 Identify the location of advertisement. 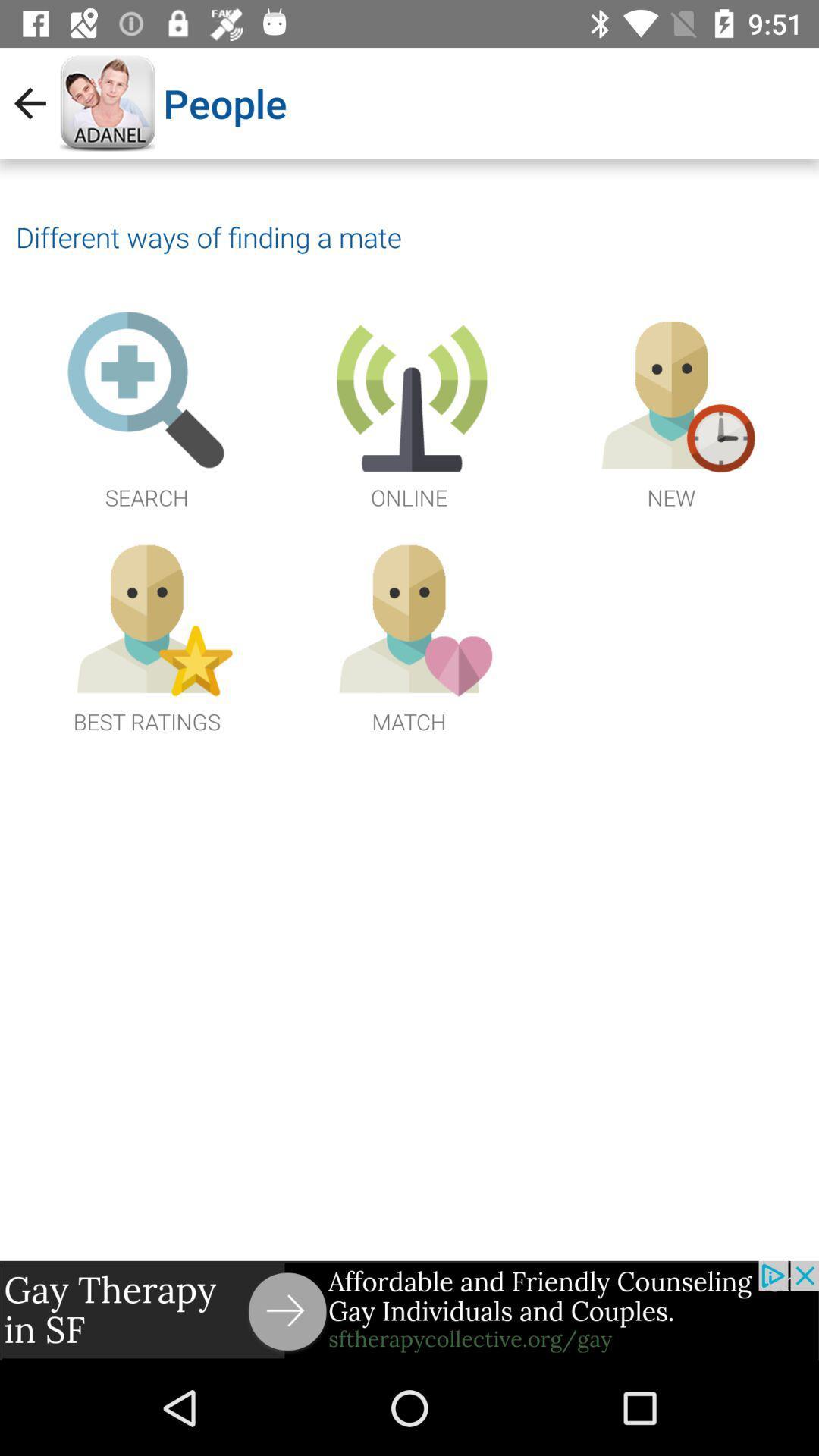
(409, 1310).